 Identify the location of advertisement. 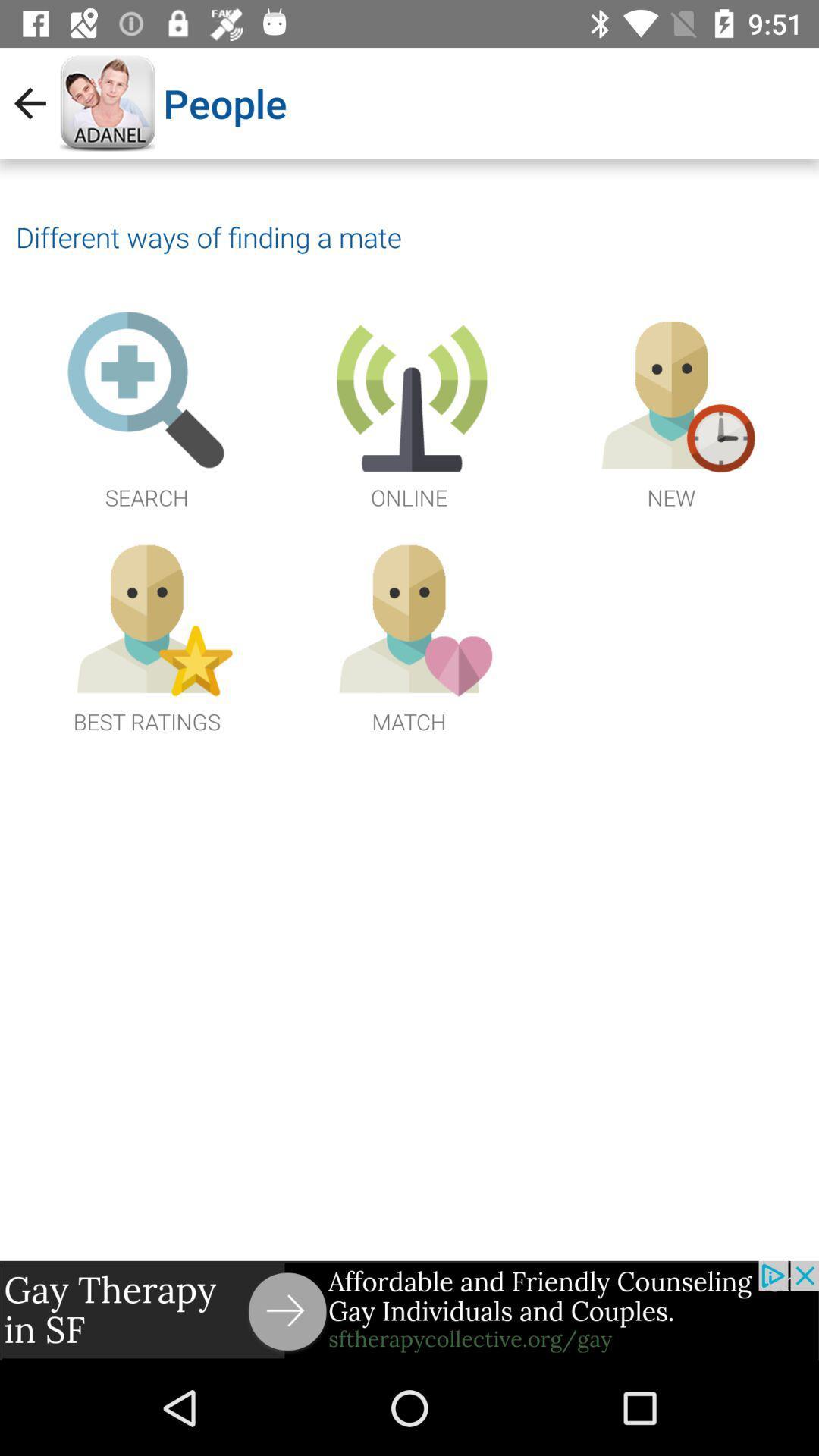
(409, 1310).